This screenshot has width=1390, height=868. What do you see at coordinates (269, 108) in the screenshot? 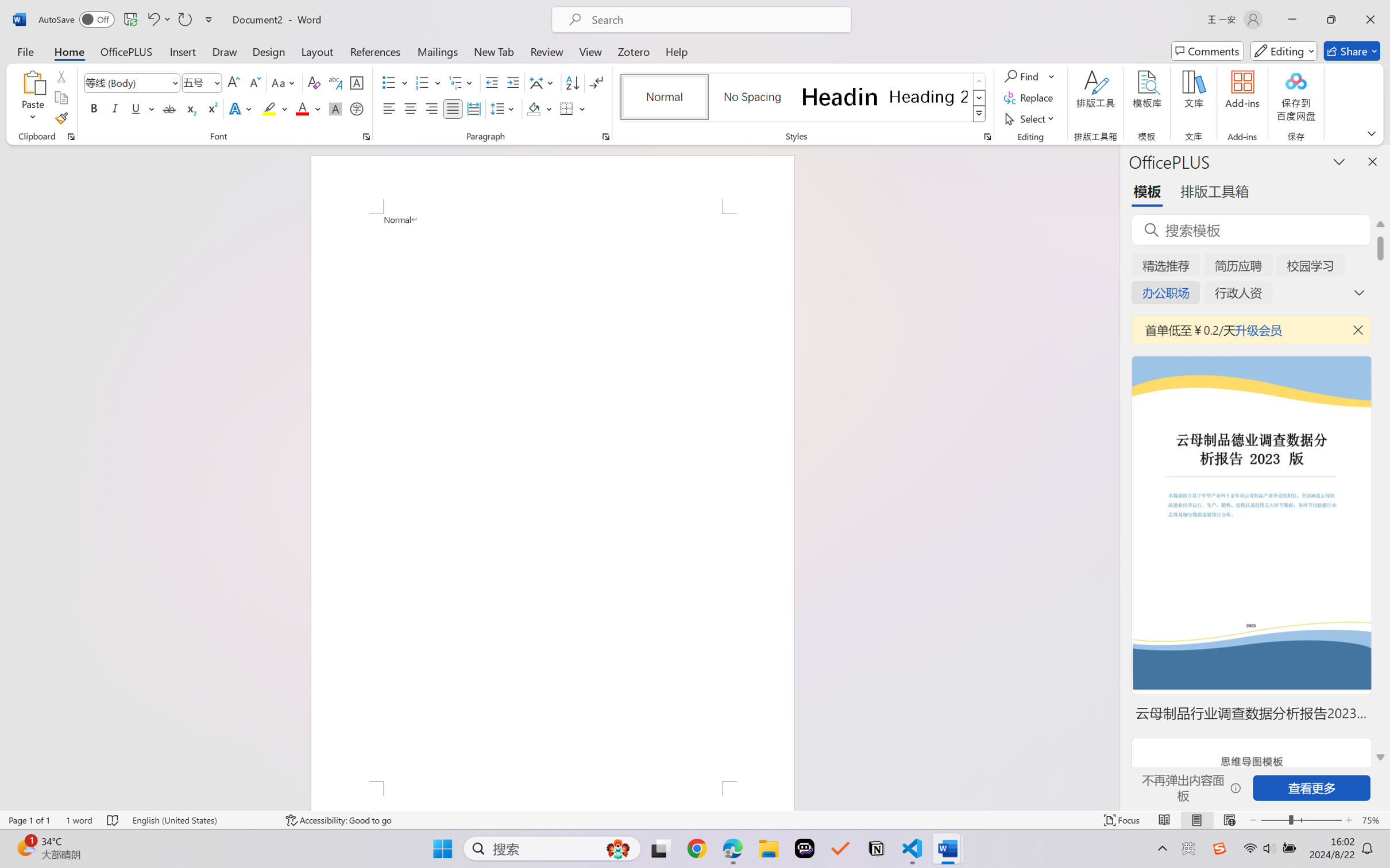
I see `'Text Highlight Color Yellow'` at bounding box center [269, 108].